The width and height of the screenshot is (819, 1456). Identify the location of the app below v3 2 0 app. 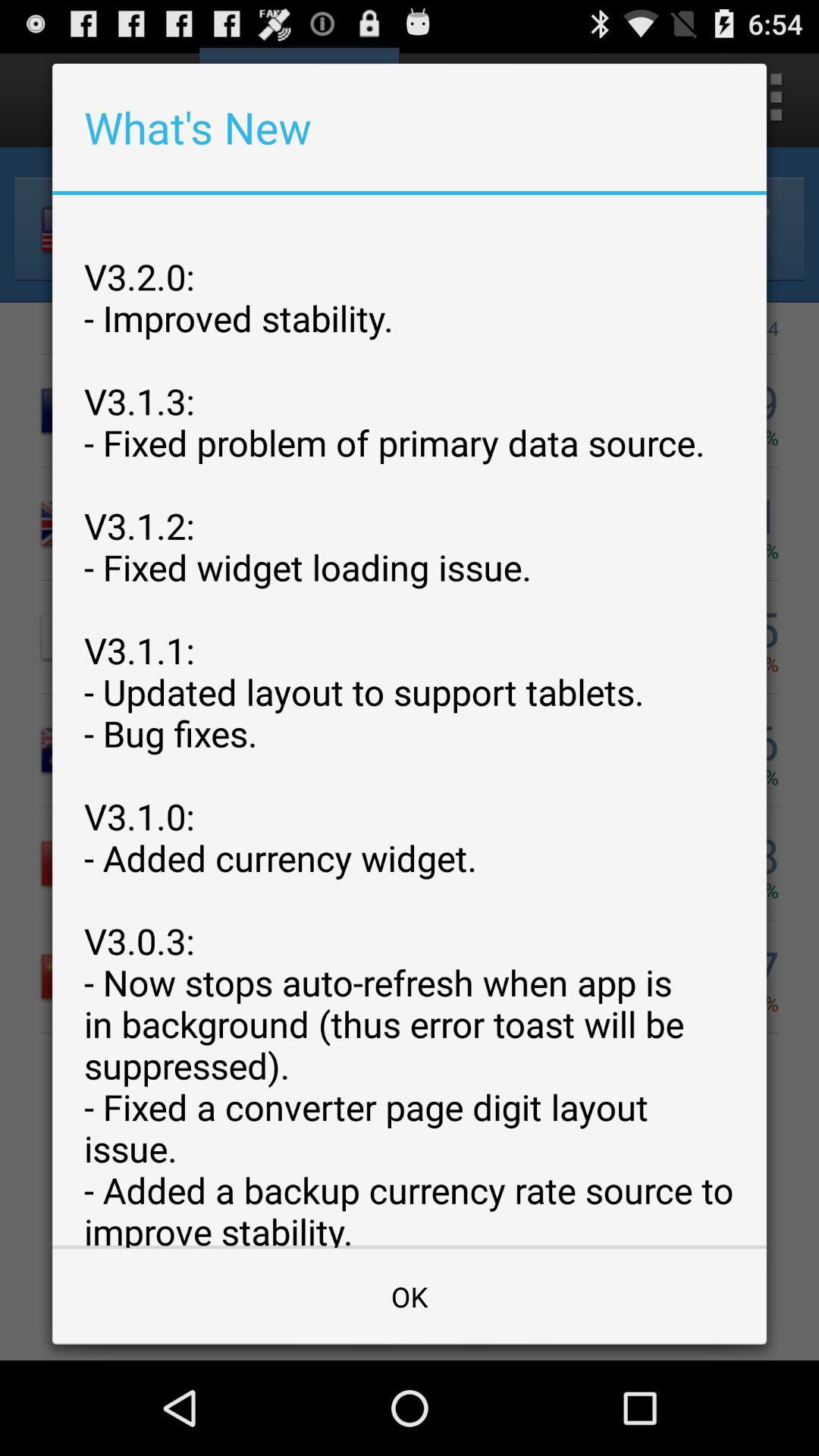
(409, 1295).